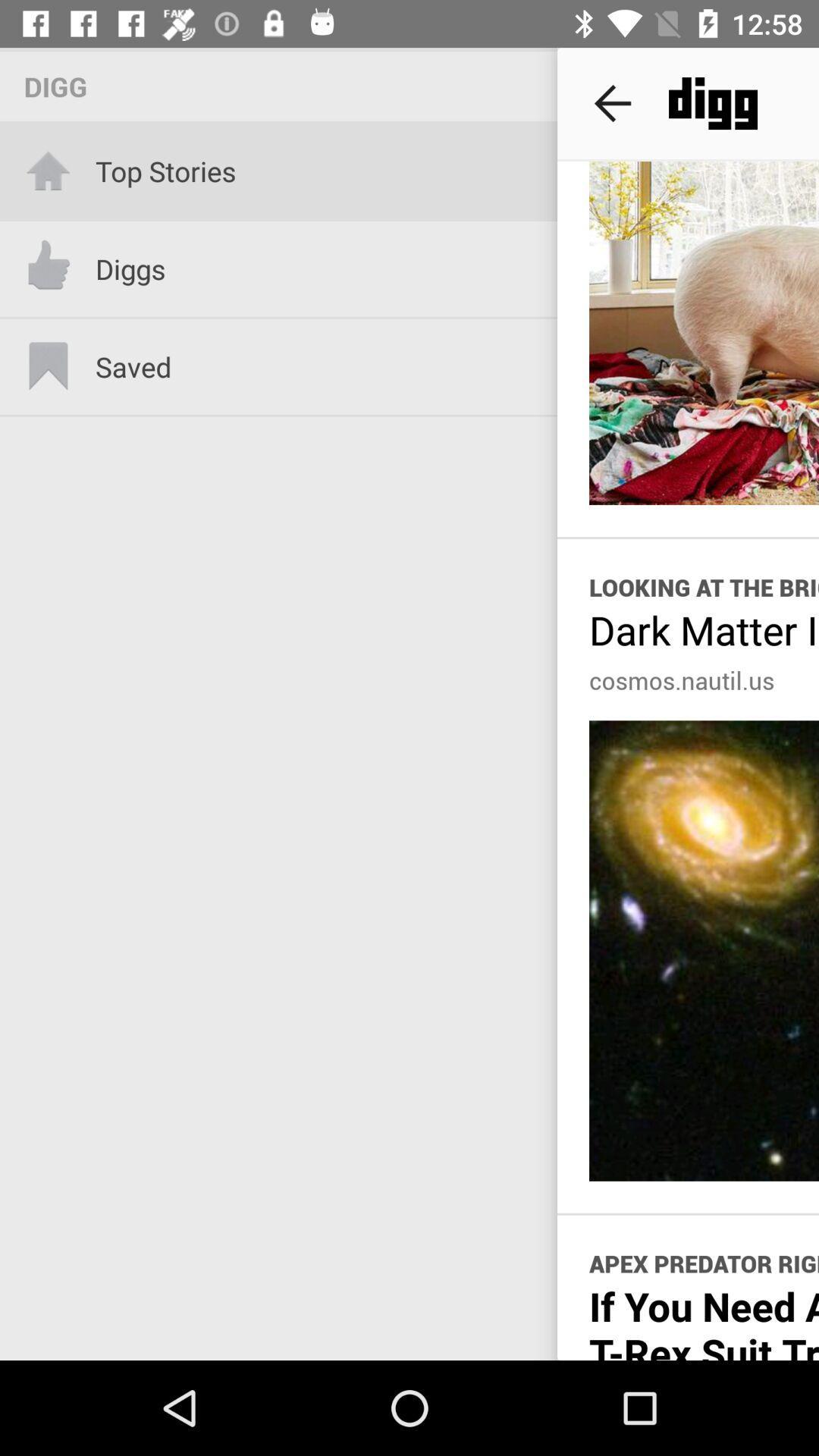  I want to click on item below apex predator right, so click(704, 1319).